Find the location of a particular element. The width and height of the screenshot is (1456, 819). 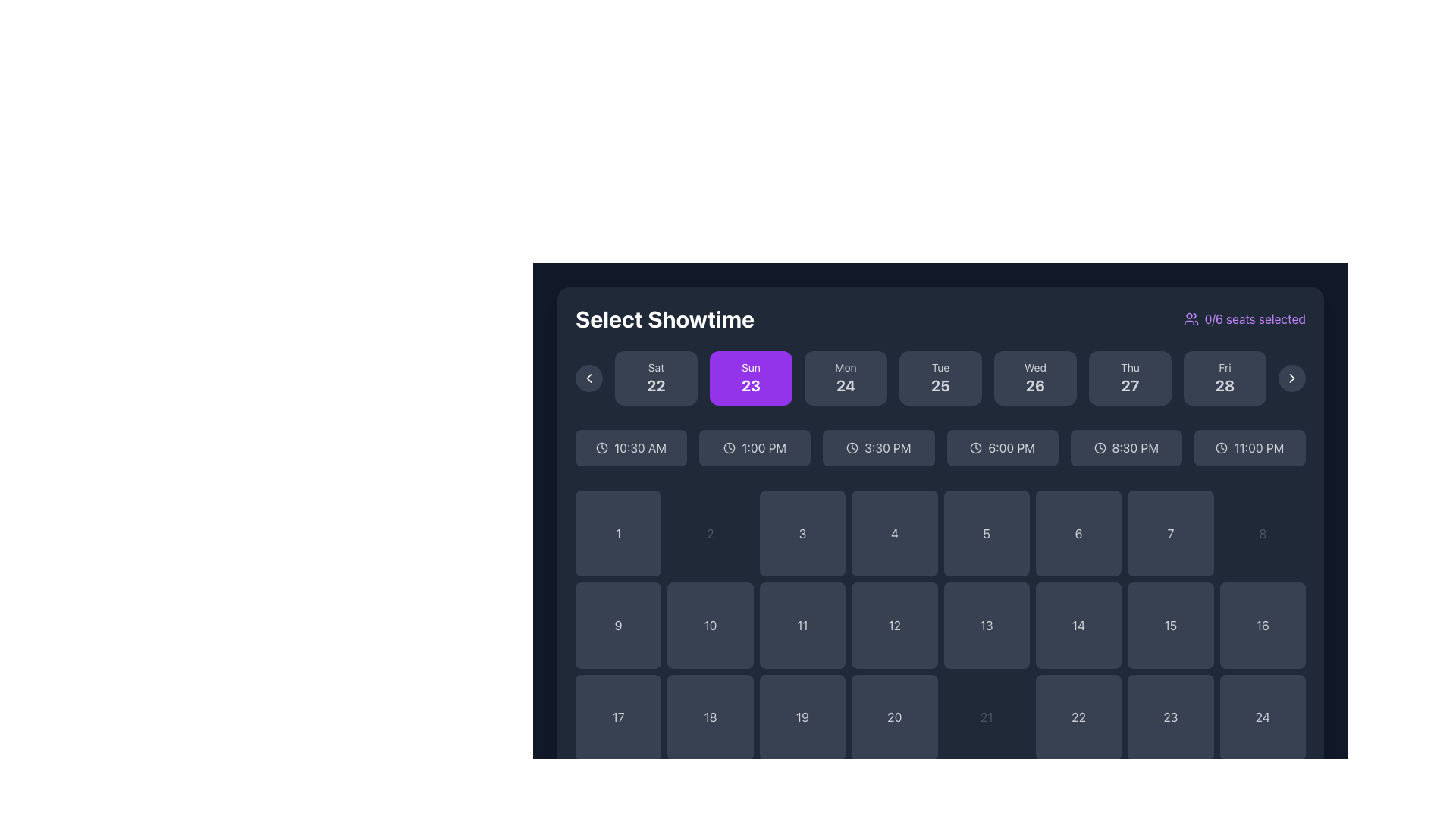

the circular clock icon outlined in light gray, which is located to the left of the text '3:30 PM' in the time selection button is located at coordinates (852, 447).